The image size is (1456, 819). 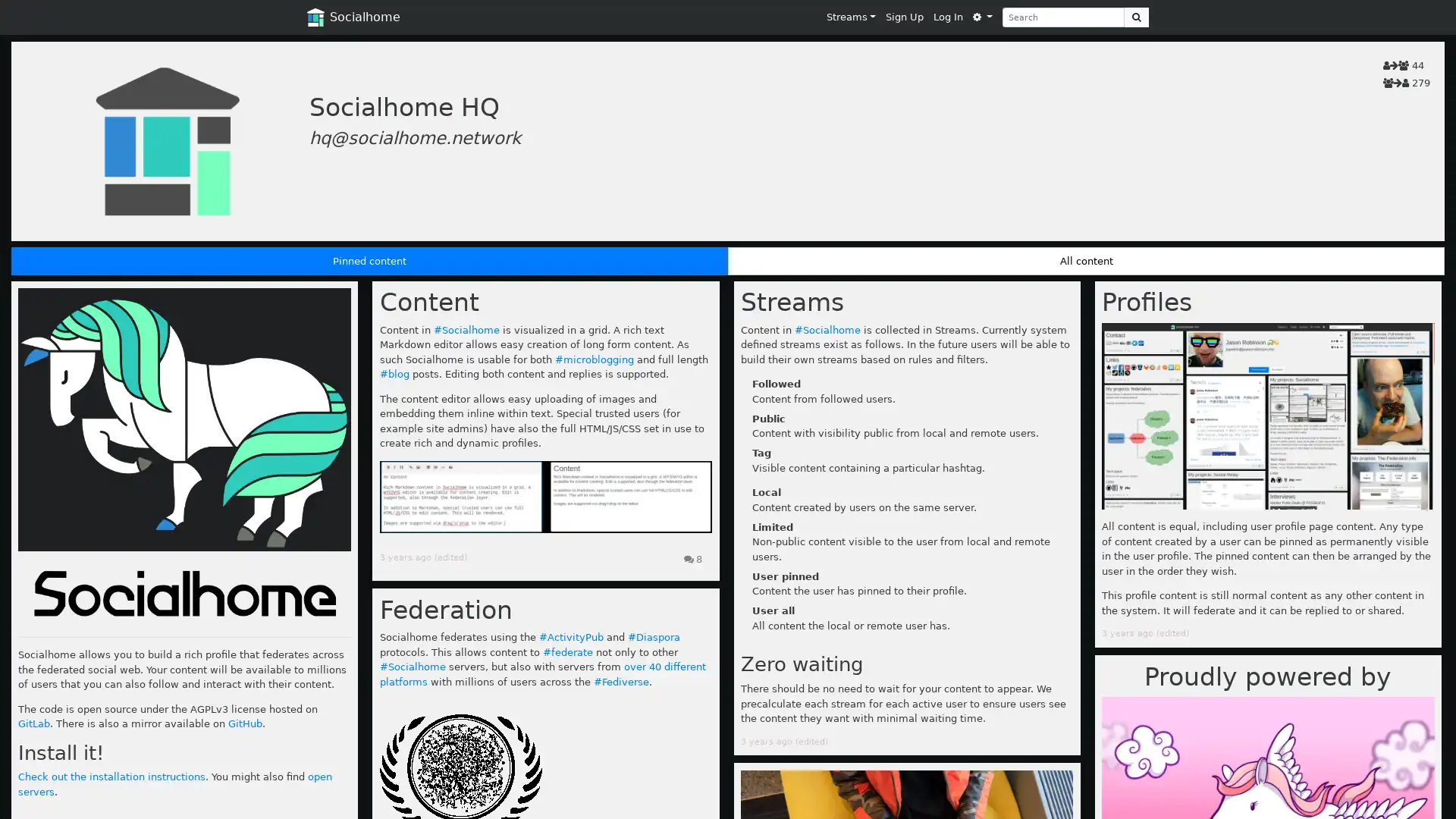 I want to click on Streams, so click(x=851, y=17).